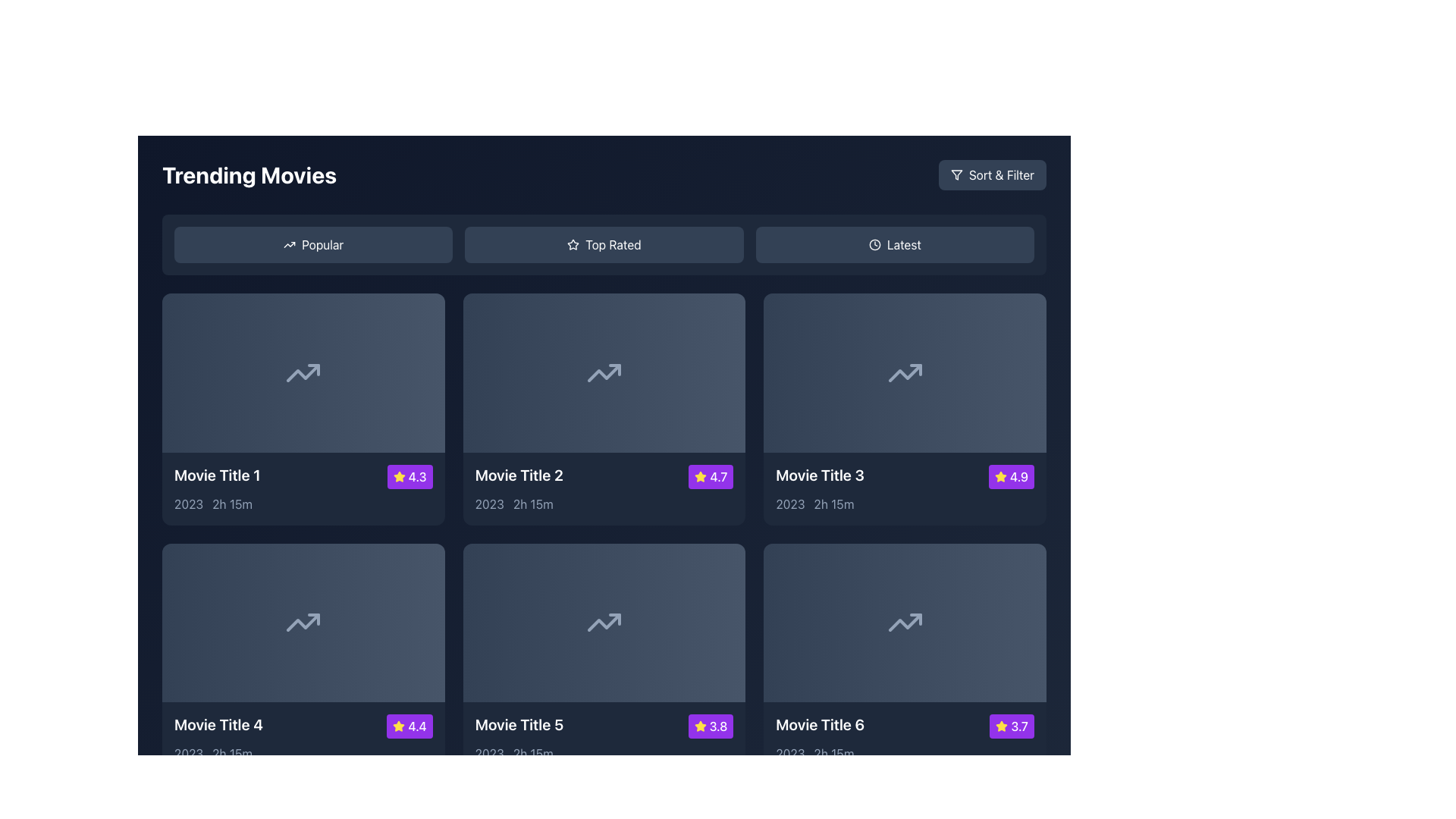  Describe the element at coordinates (905, 623) in the screenshot. I see `the trend icon located in the lower-right section of the grid of movie cards for 'Movie Title 6'` at that location.